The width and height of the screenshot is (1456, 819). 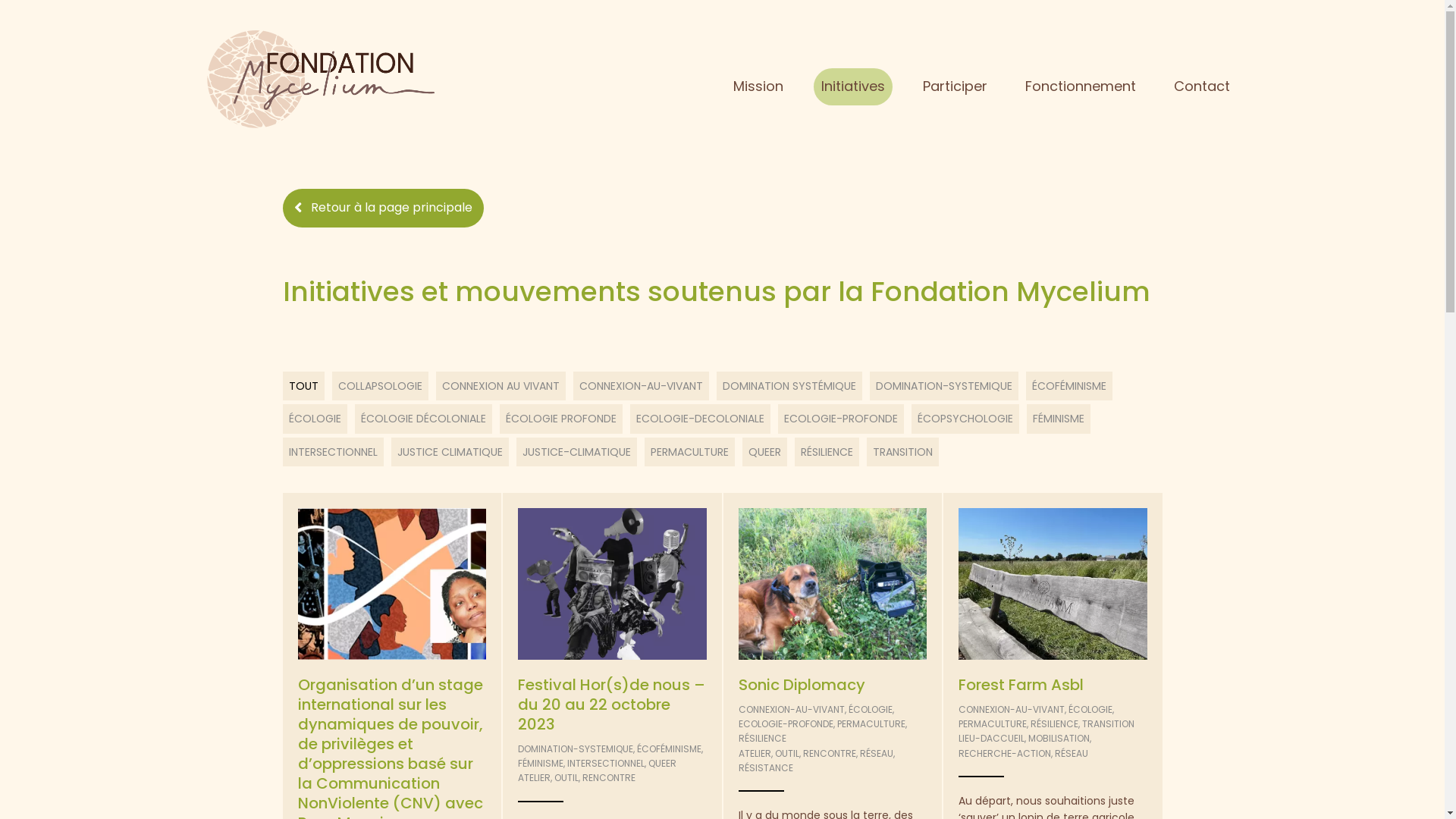 What do you see at coordinates (566, 777) in the screenshot?
I see `'OUTIL'` at bounding box center [566, 777].